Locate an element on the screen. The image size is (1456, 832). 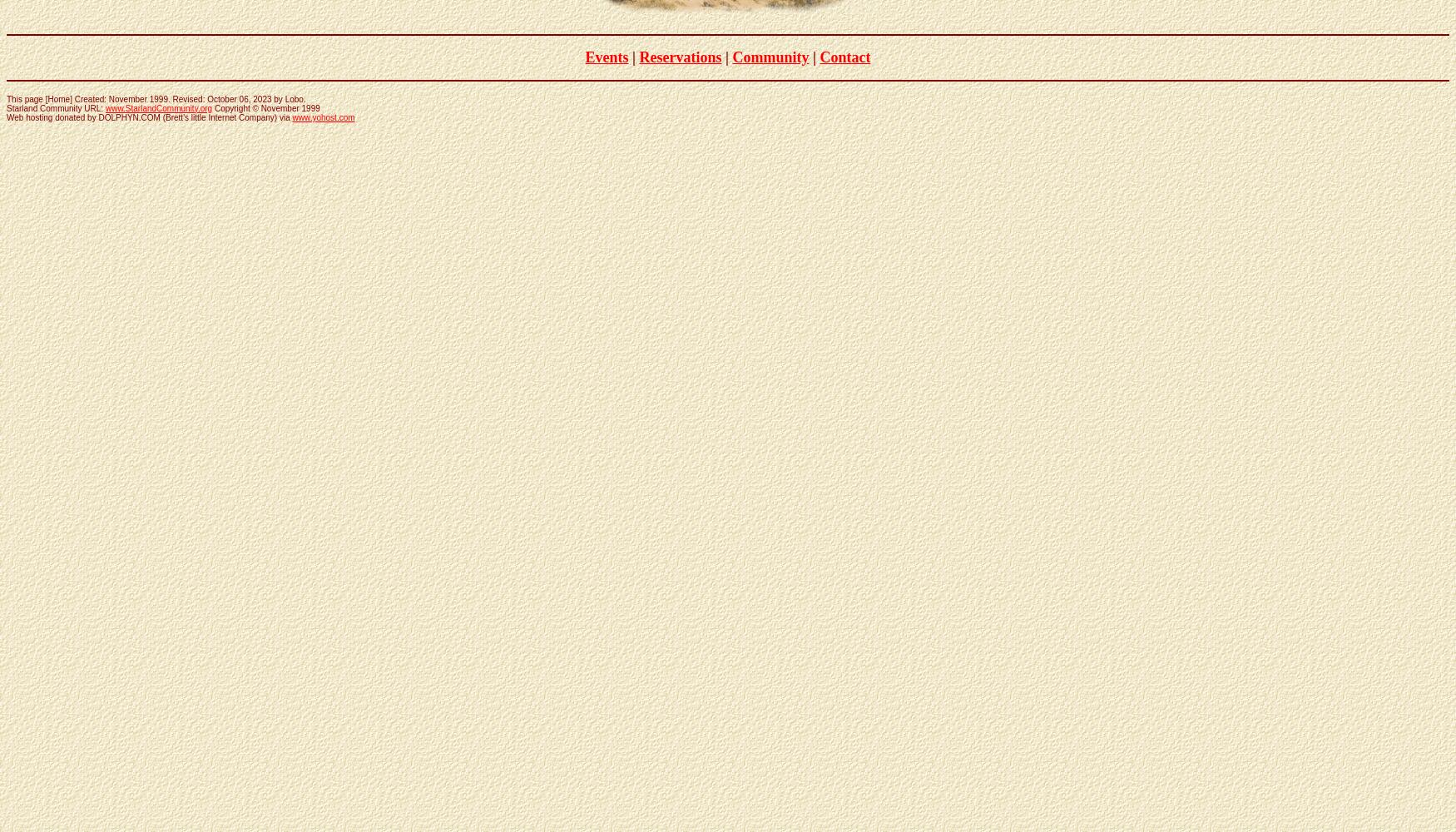
'Starland Community           URL:' is located at coordinates (6, 107).